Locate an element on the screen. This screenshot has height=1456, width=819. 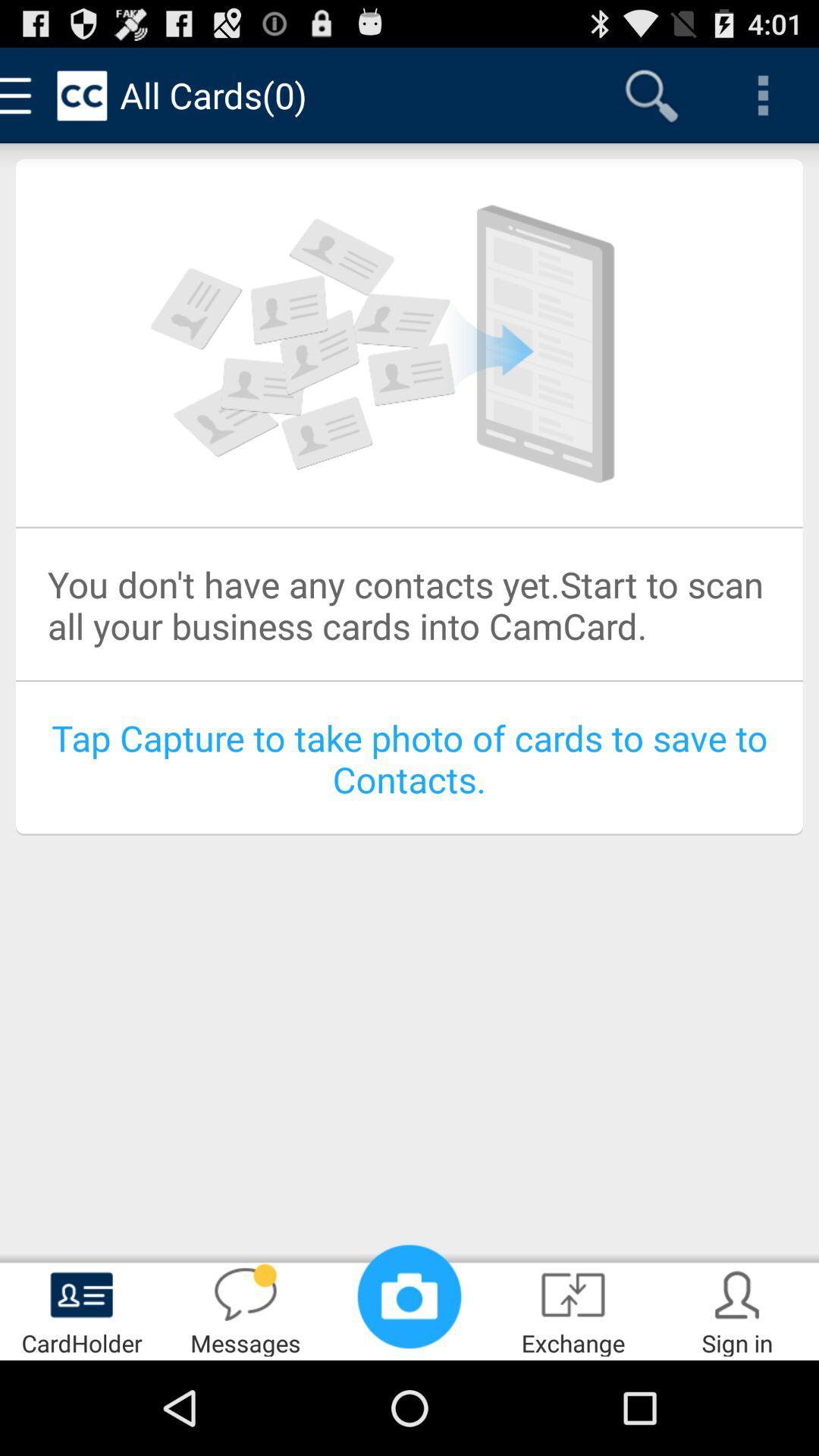
cardholder is located at coordinates (82, 1309).